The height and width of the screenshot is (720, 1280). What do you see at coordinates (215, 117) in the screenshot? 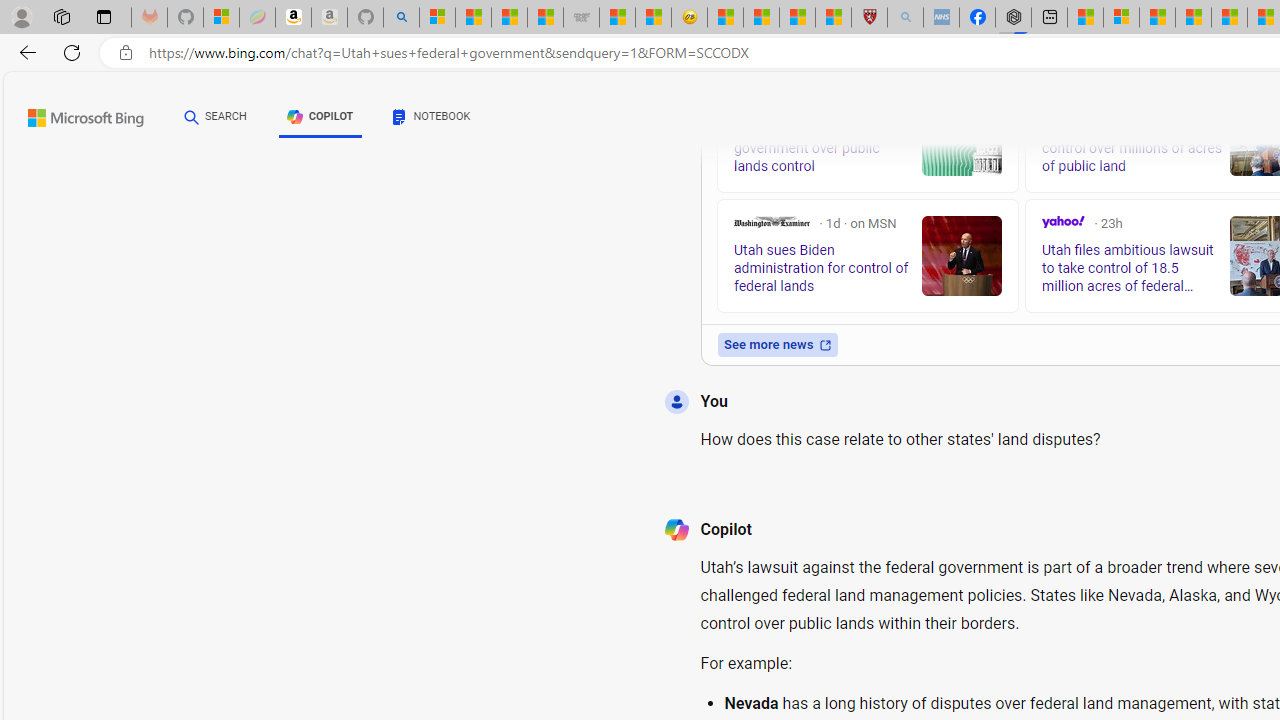
I see `'SEARCH'` at bounding box center [215, 117].